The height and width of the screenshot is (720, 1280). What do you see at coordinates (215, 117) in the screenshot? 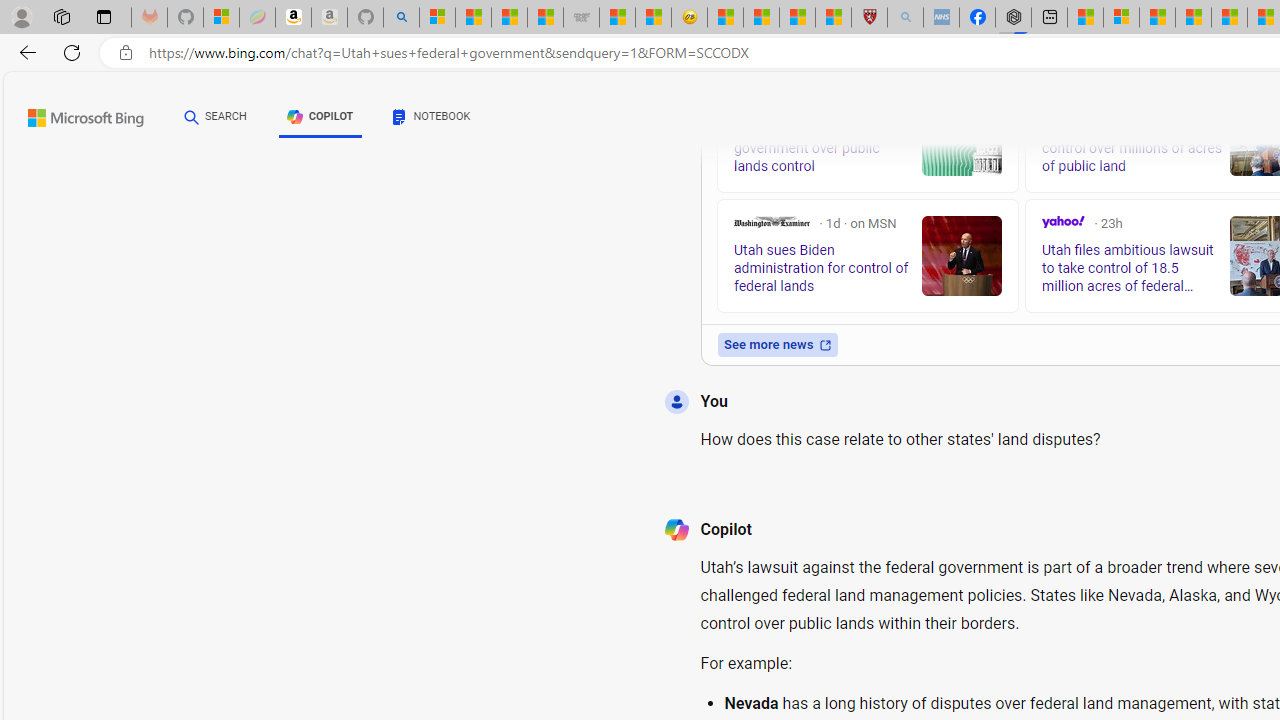
I see `'SEARCH'` at bounding box center [215, 117].